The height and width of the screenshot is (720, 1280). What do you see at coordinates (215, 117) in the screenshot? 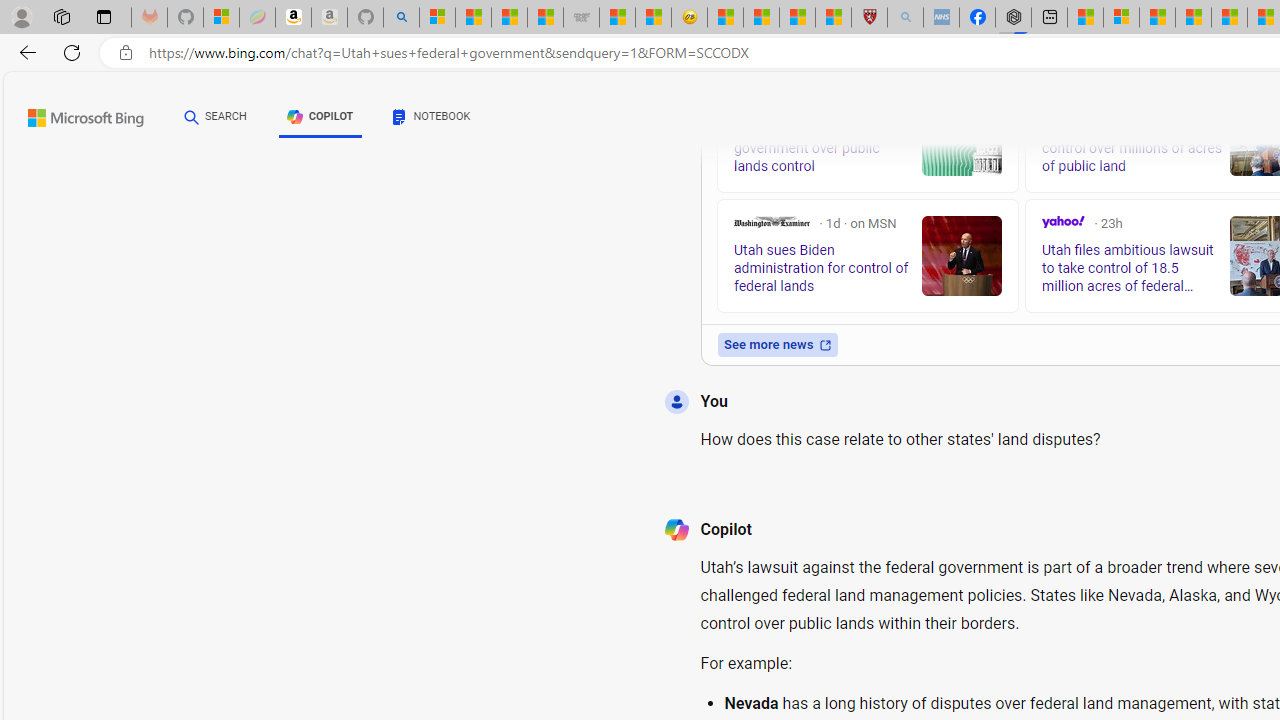
I see `'SEARCH'` at bounding box center [215, 117].